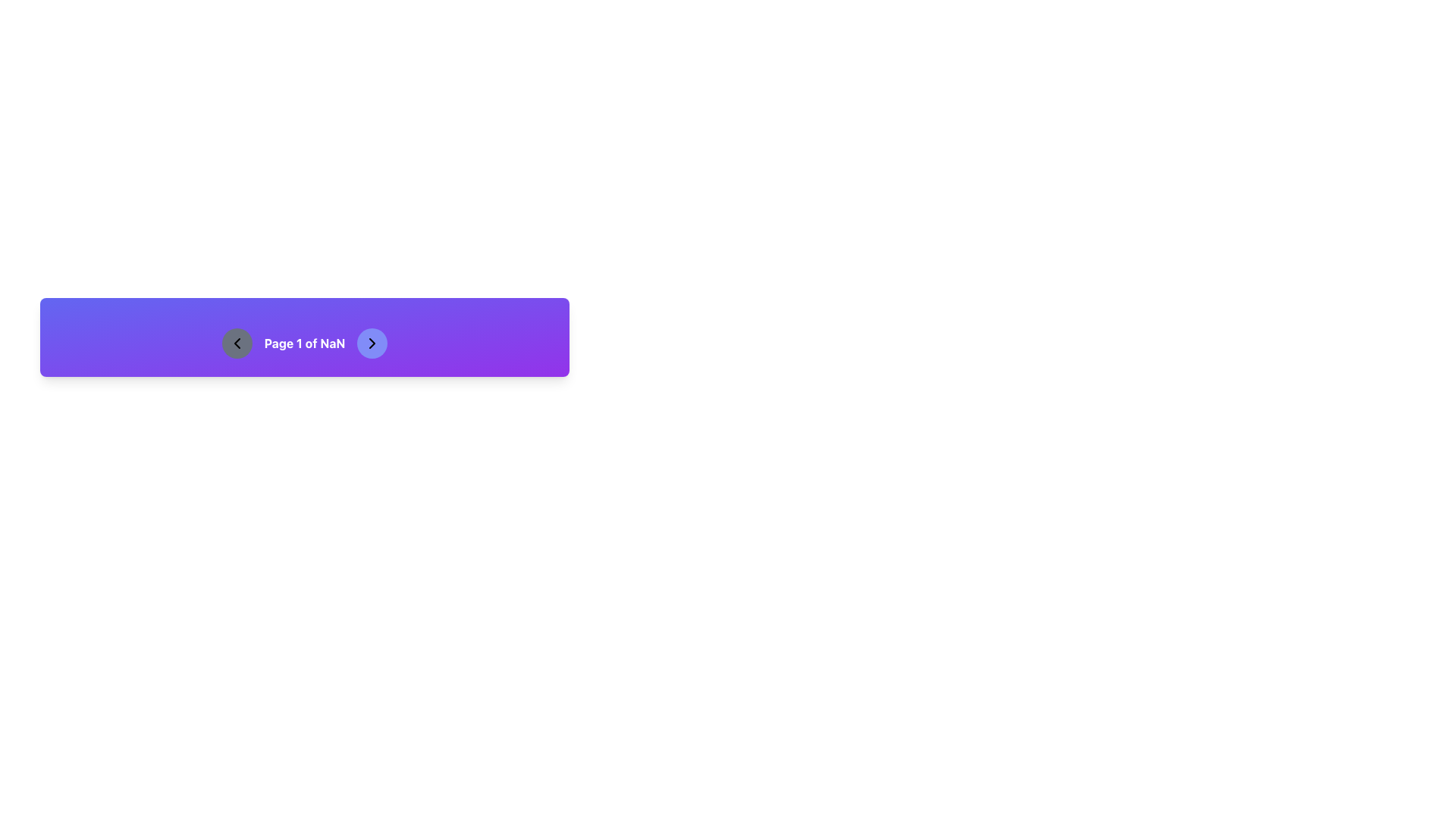  Describe the element at coordinates (372, 343) in the screenshot. I see `the right-pointing chevron SVG icon, which is located next to the text 'Page 1 of NaN'` at that location.